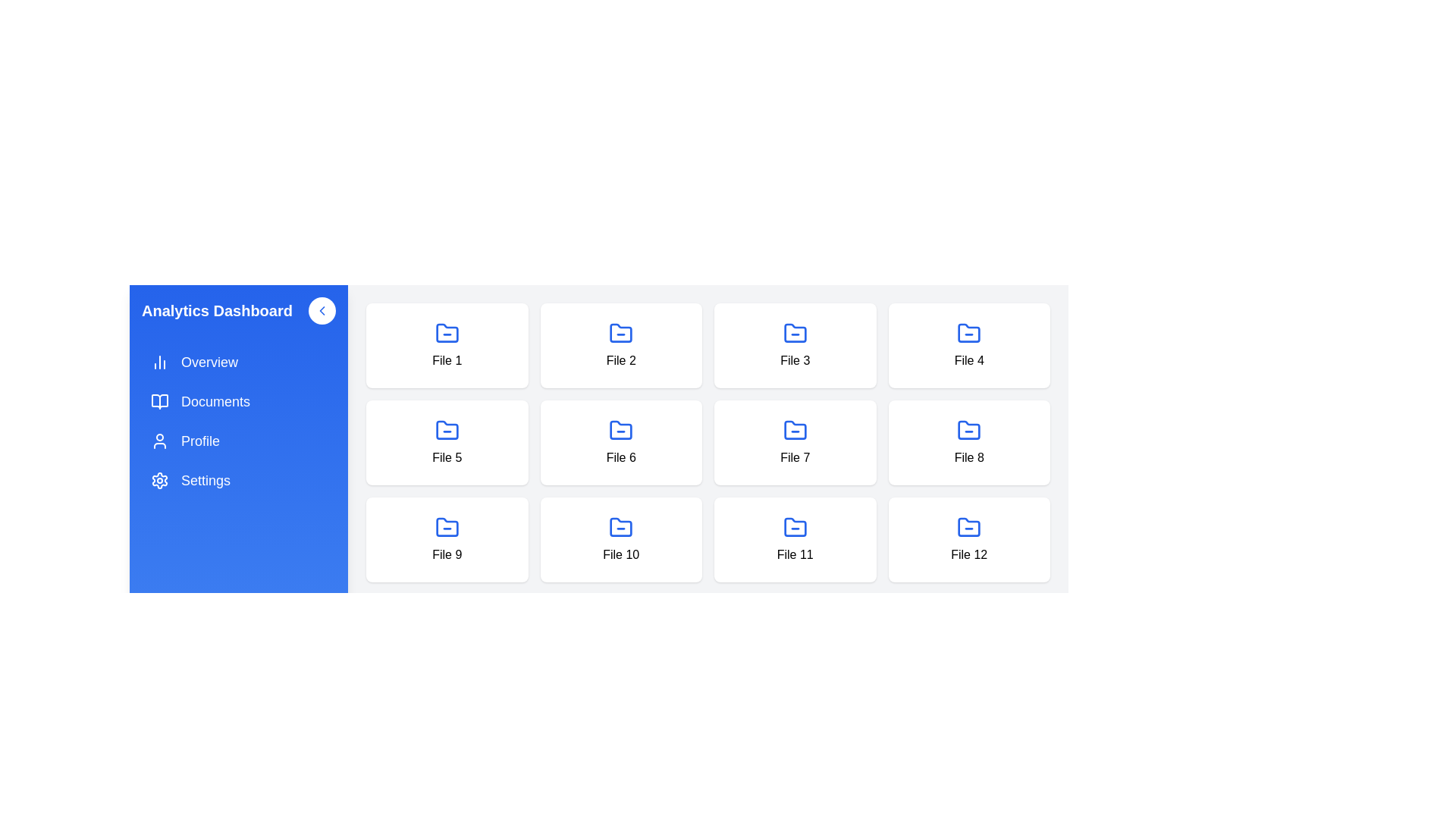  I want to click on the sidebar header text to inspect it, so click(238, 309).